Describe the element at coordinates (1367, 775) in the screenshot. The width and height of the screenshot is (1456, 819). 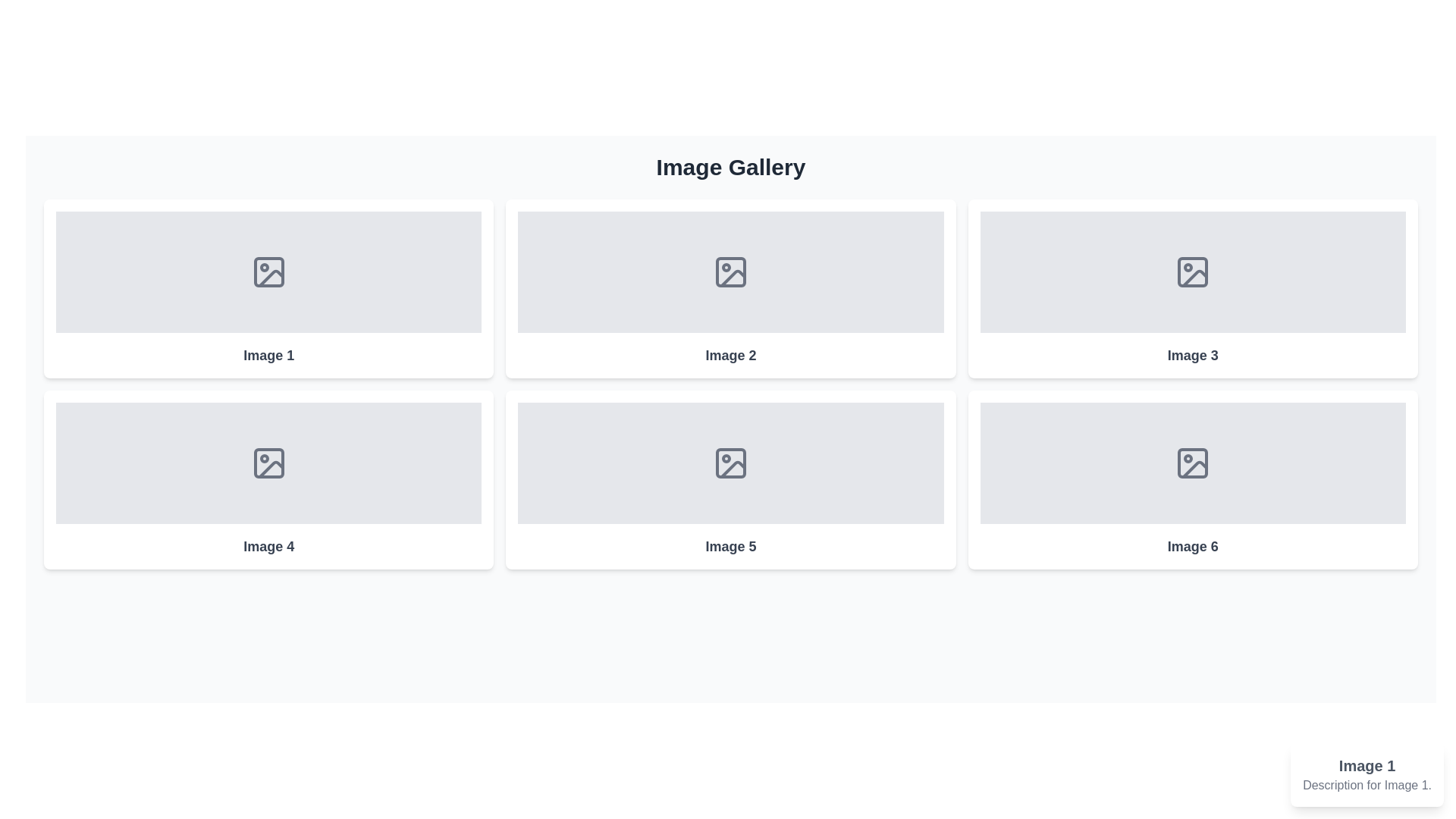
I see `the Informational Card displaying the title 'Image 1' with a description 'Description for Image 1.' located at the bottom-right corner of the interface` at that location.